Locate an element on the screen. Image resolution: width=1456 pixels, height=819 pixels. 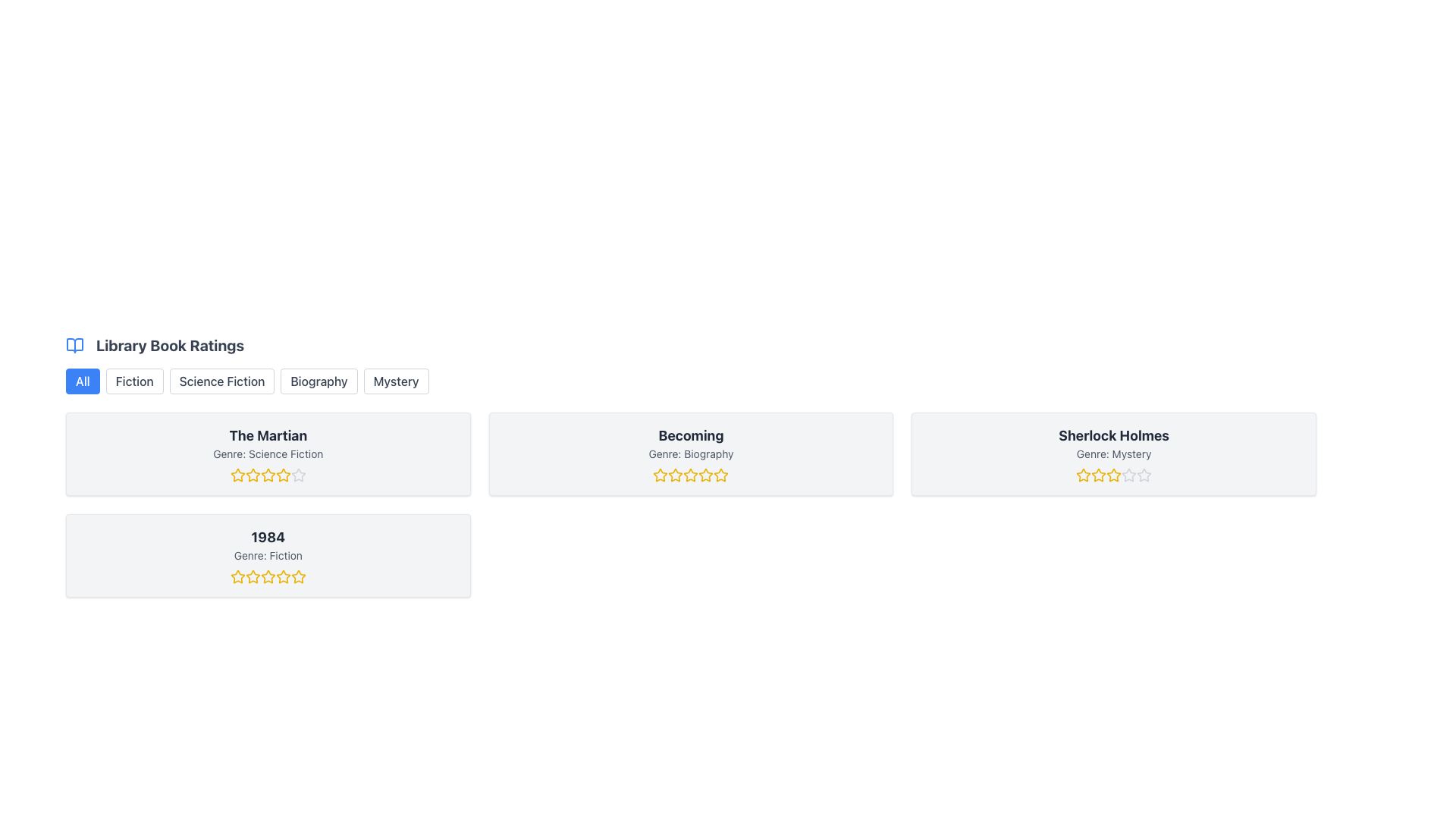
the fourth yellow star icon in the rating section under the 'Becoming' book title to set the rating is located at coordinates (690, 475).